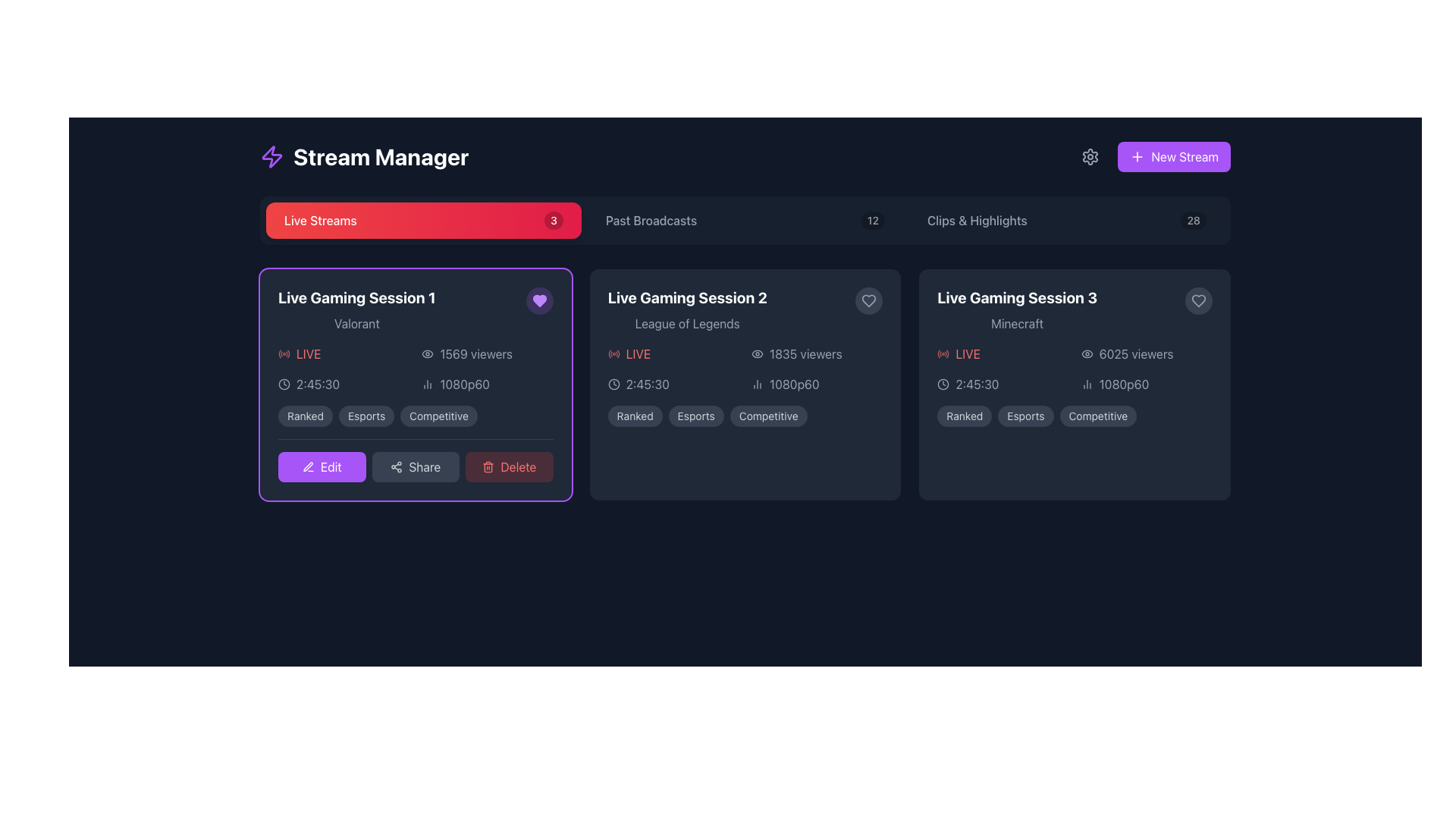 The height and width of the screenshot is (819, 1456). Describe the element at coordinates (356, 298) in the screenshot. I see `title of the text label displaying 'Live Gaming Session 1', which is prominently styled in large, bold, white font at the top of the first session card` at that location.